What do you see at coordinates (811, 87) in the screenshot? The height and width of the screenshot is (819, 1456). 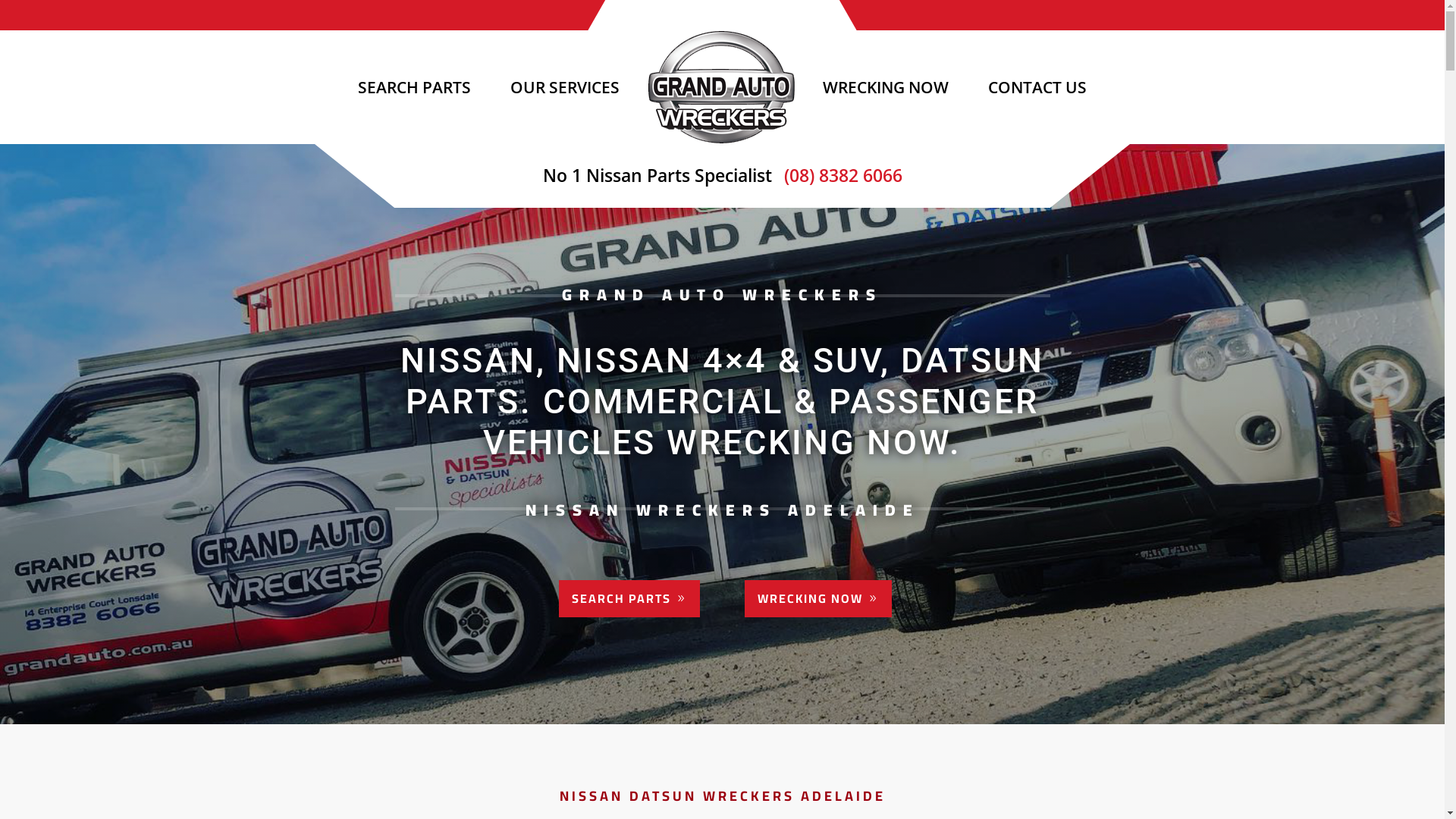 I see `'WRECKING NOW'` at bounding box center [811, 87].